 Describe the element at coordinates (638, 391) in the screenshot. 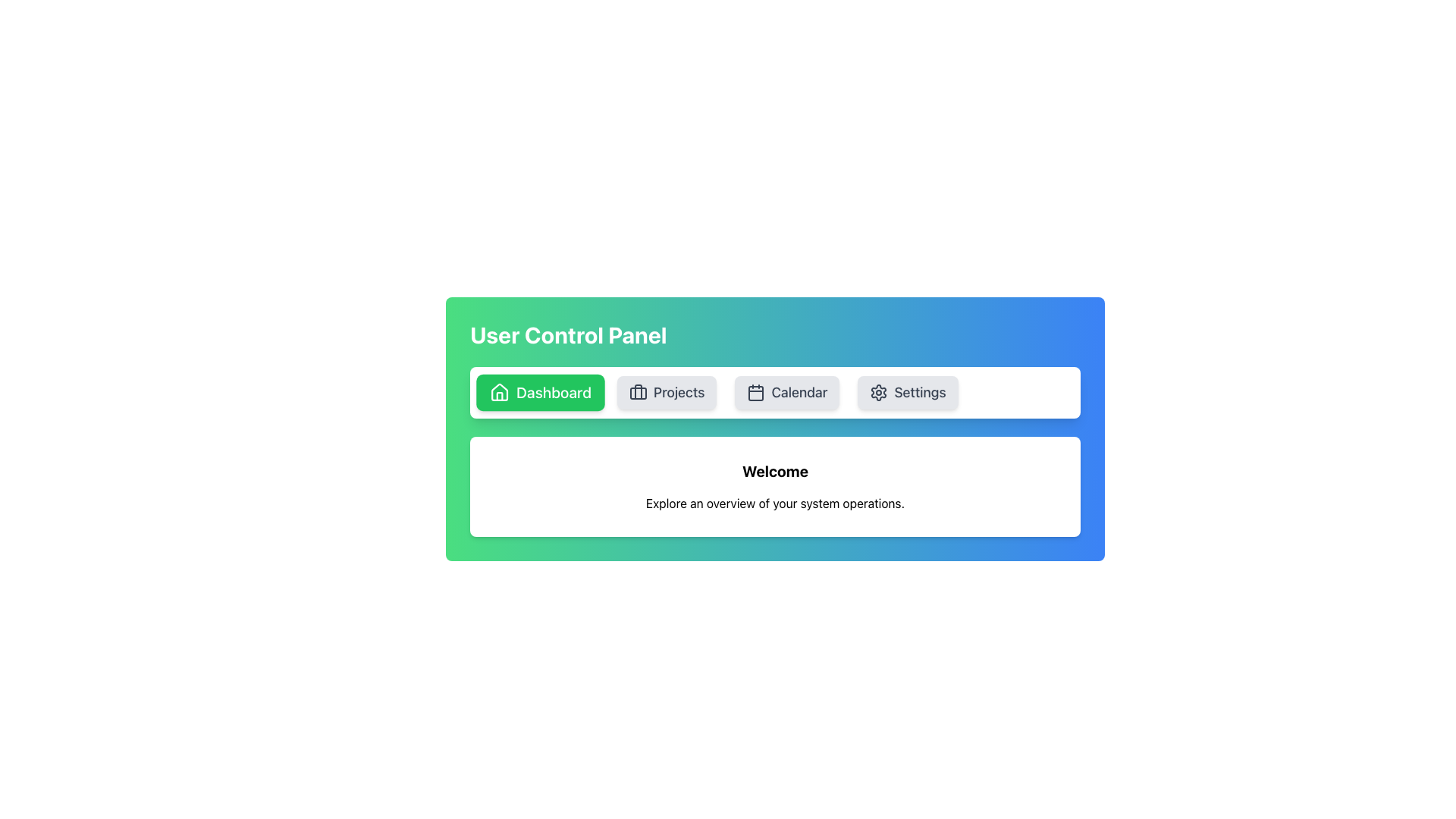

I see `the briefcase icon located inside the 'Projects' button, which is the second button from the left in the menu bar under the 'User Control Panel'` at that location.